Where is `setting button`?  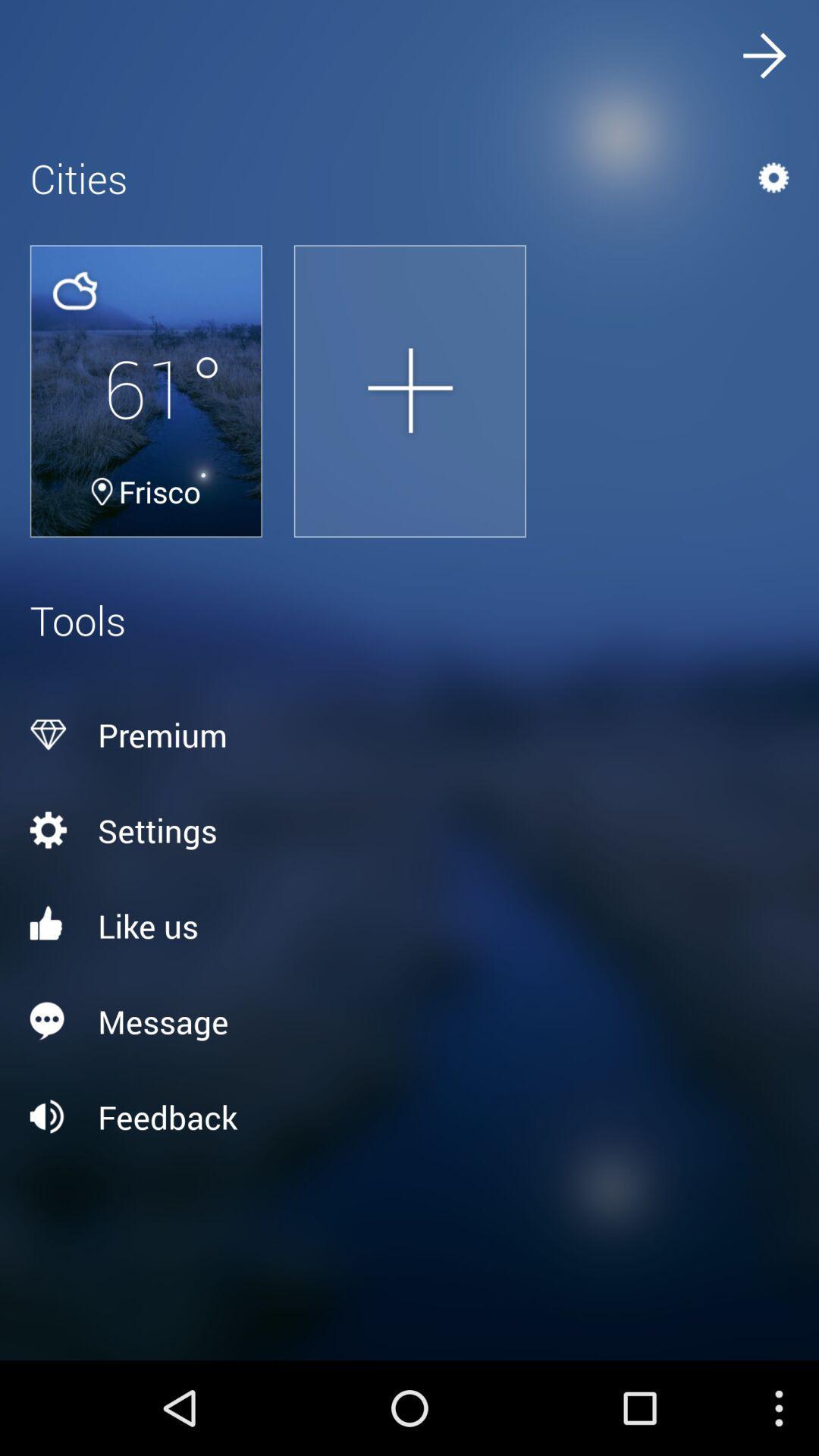 setting button is located at coordinates (409, 829).